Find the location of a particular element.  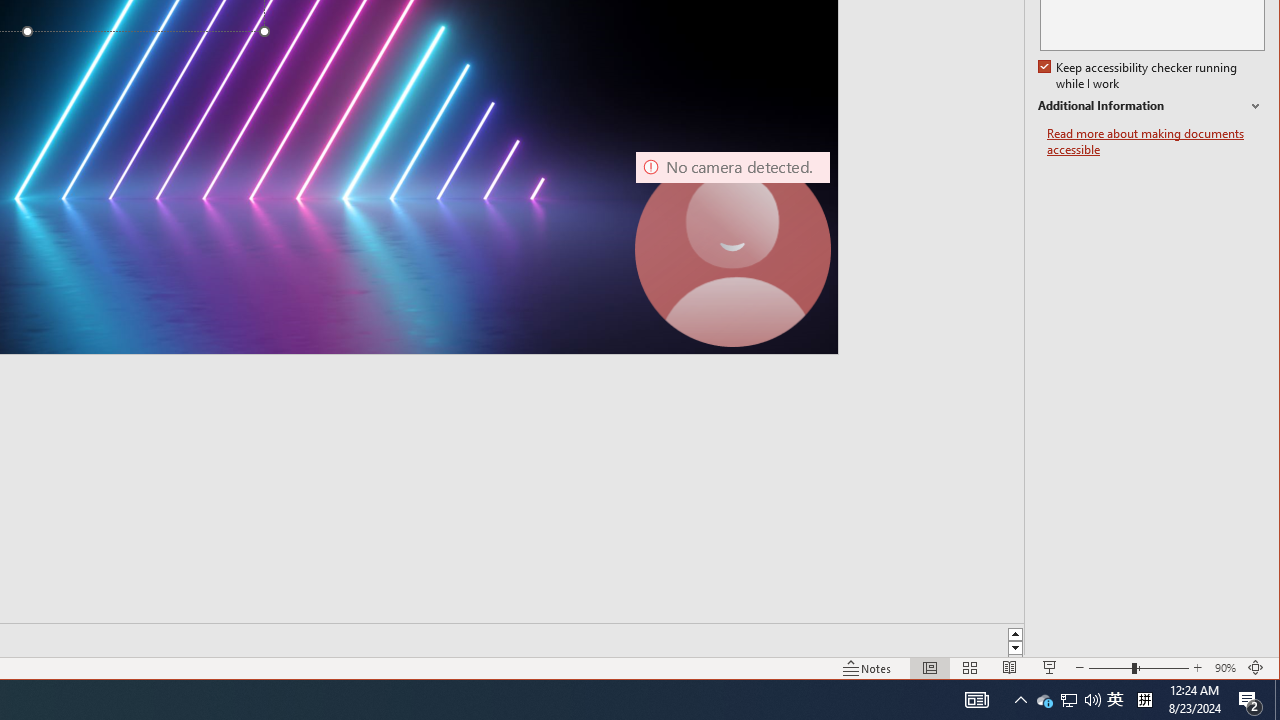

'Camera 7, No camera detected.' is located at coordinates (731, 248).